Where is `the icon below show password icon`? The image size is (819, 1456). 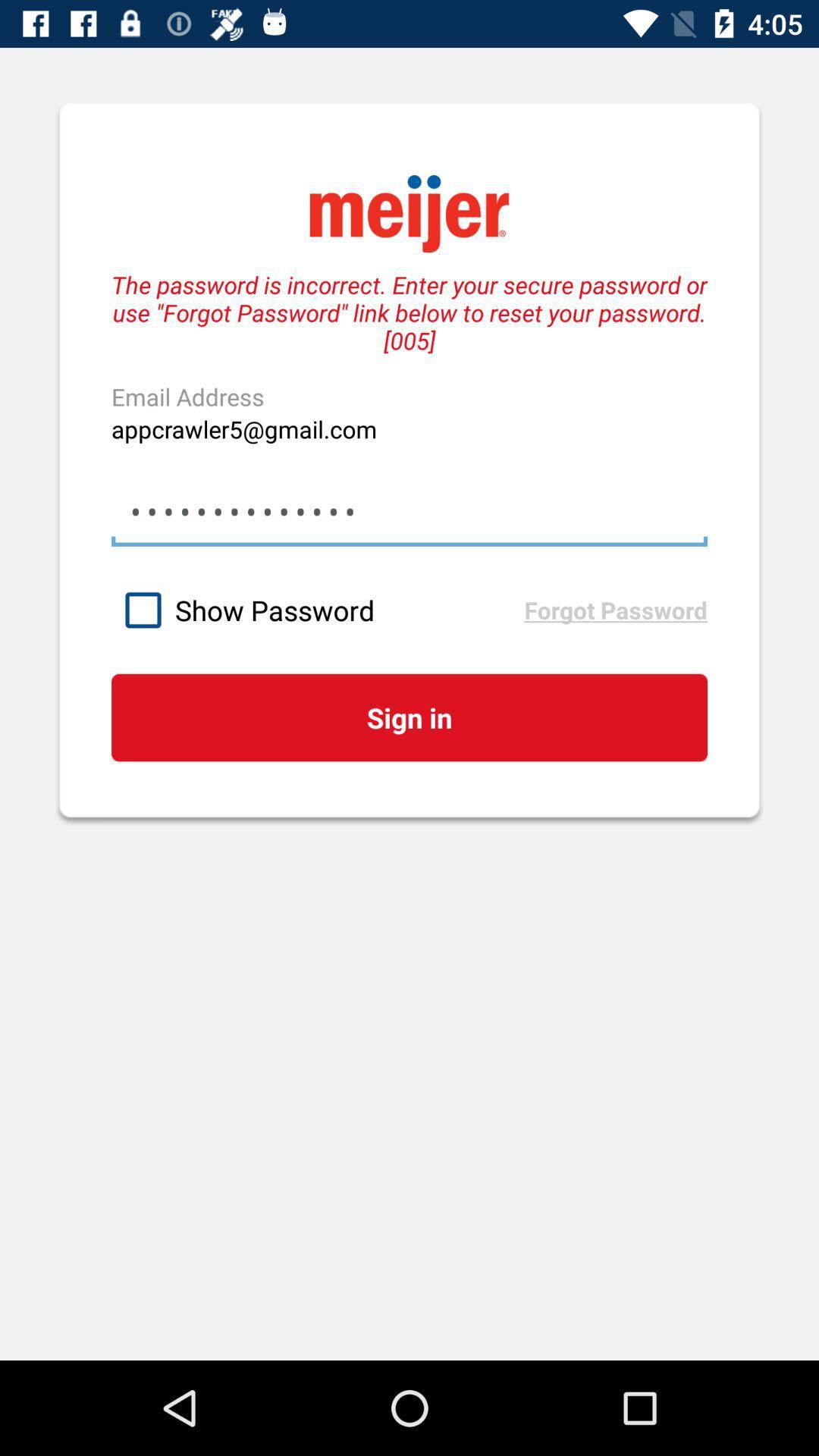
the icon below show password icon is located at coordinates (409, 717).